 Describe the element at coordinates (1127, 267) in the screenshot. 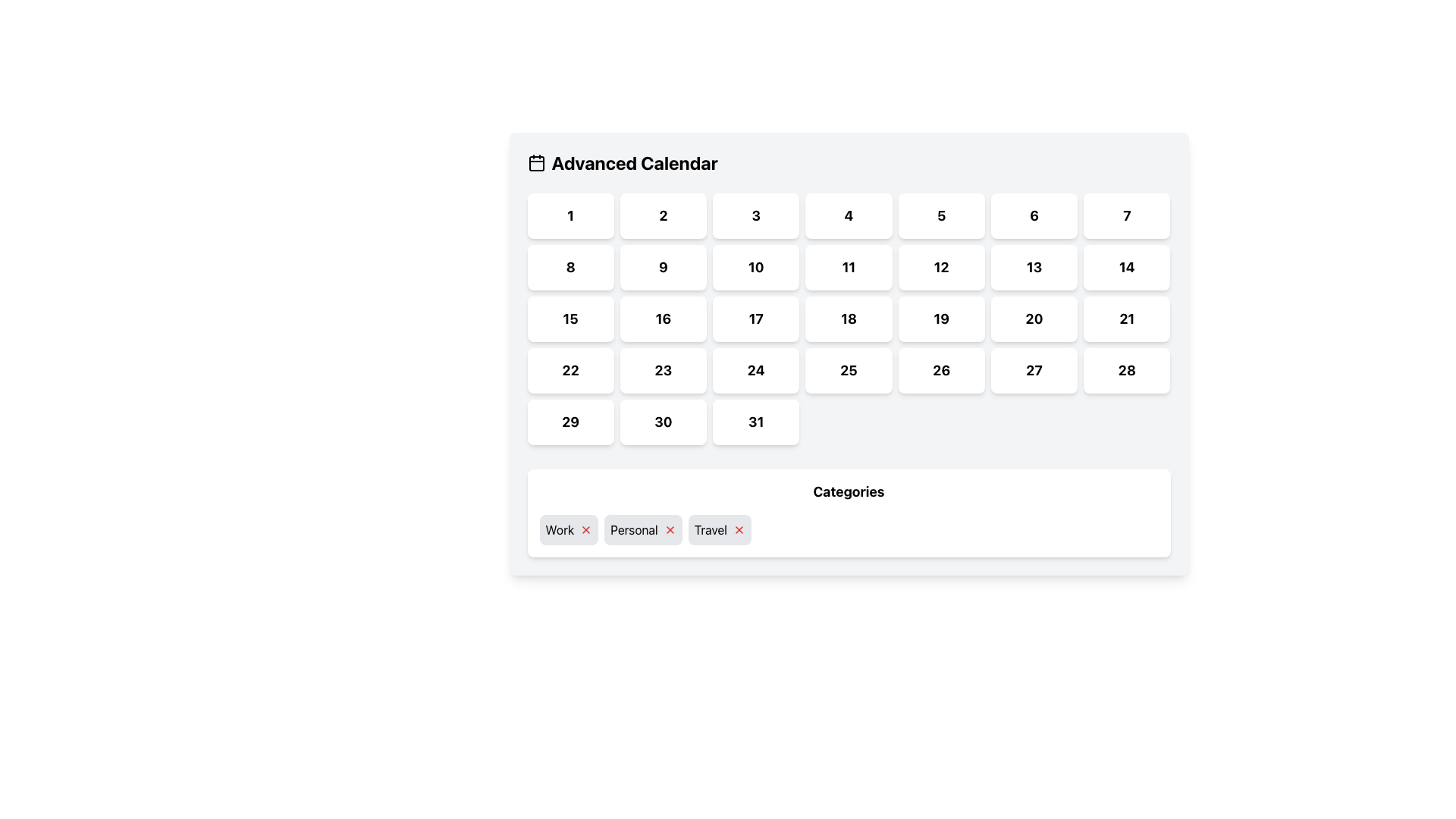

I see `the button displaying the number '14'` at that location.